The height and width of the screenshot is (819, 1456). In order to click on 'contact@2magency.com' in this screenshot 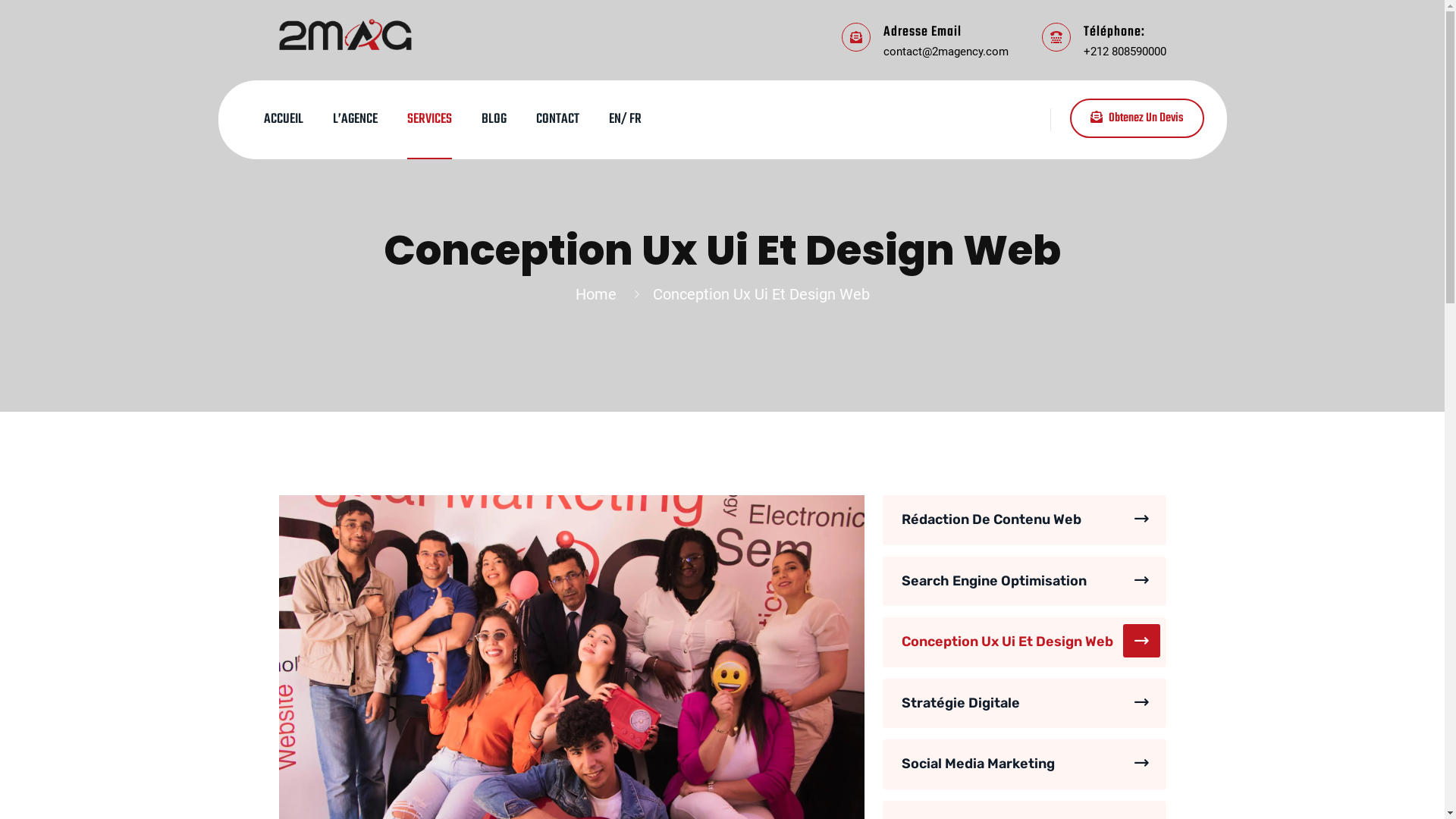, I will do `click(944, 49)`.